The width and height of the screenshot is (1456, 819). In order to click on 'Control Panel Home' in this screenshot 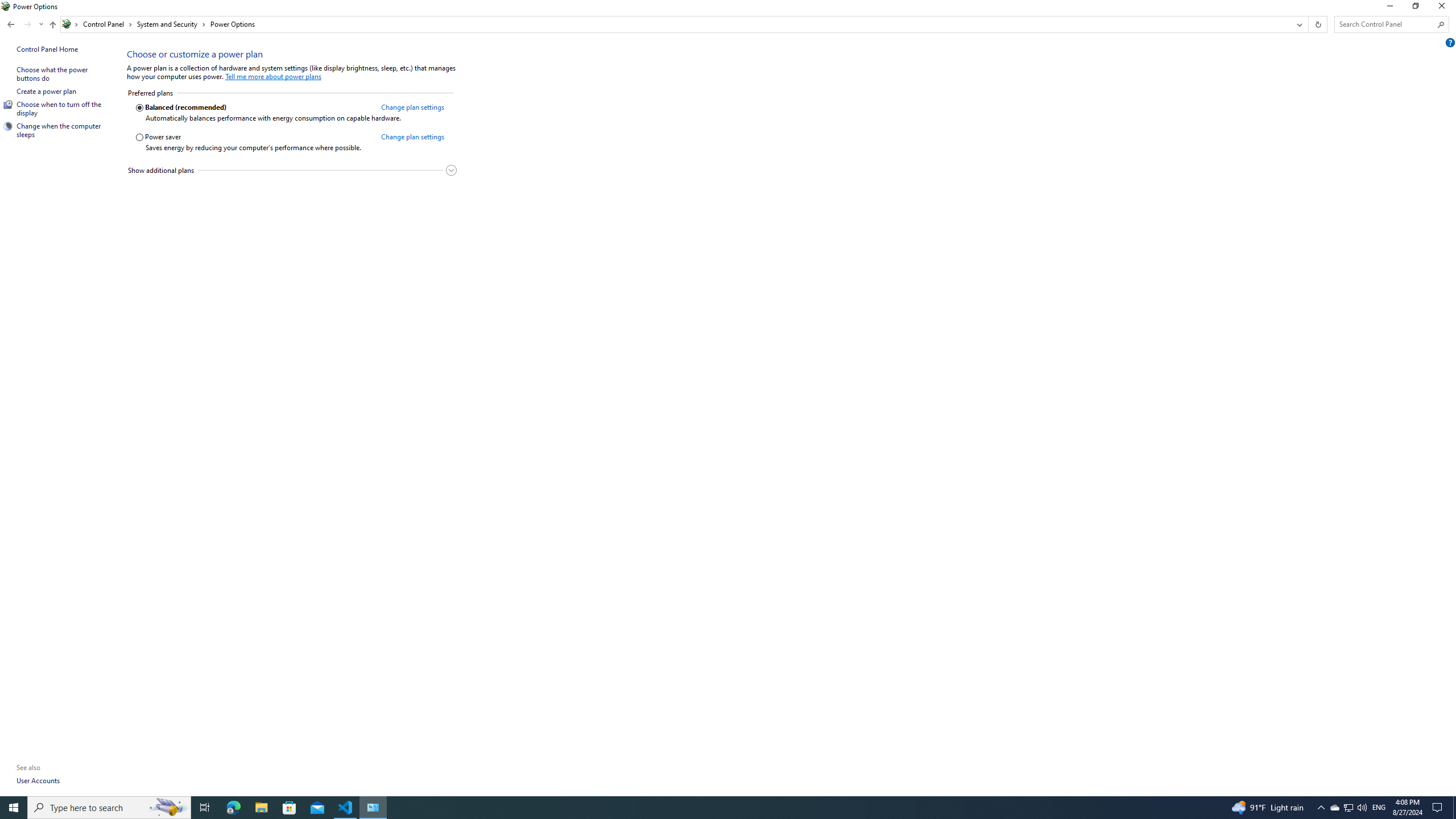, I will do `click(47, 48)`.